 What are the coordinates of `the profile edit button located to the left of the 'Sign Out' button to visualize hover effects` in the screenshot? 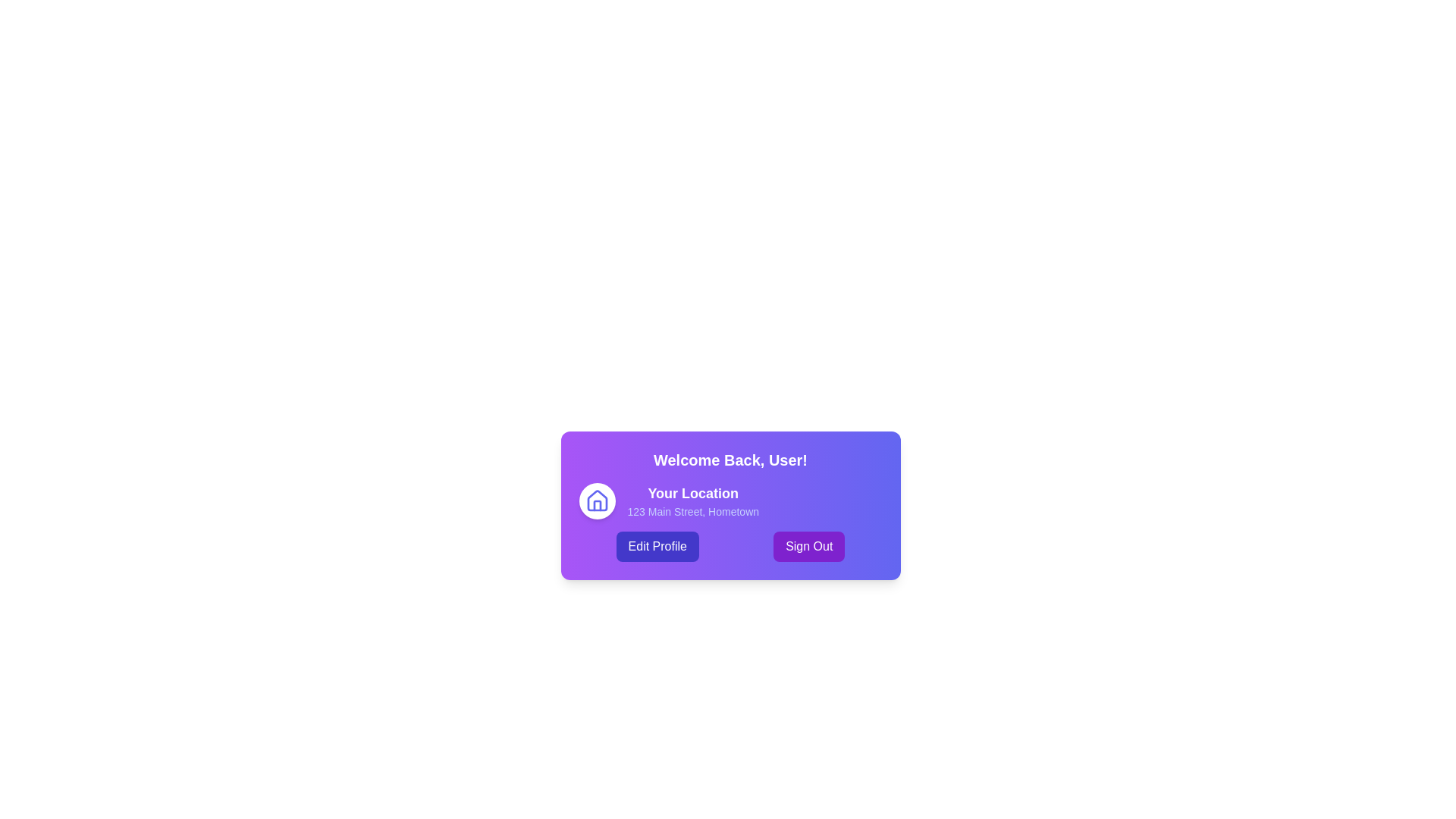 It's located at (657, 547).